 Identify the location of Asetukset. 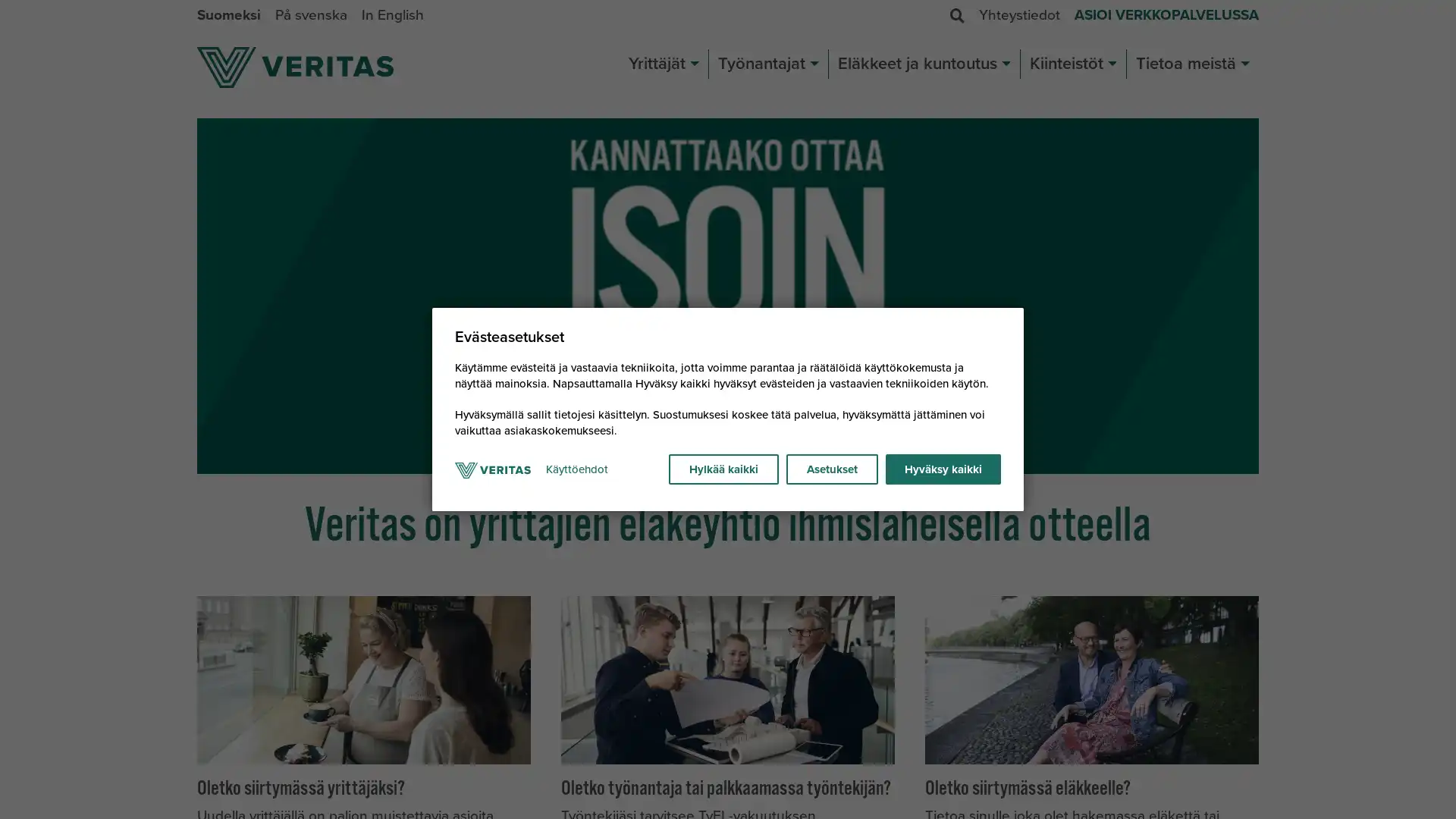
(831, 468).